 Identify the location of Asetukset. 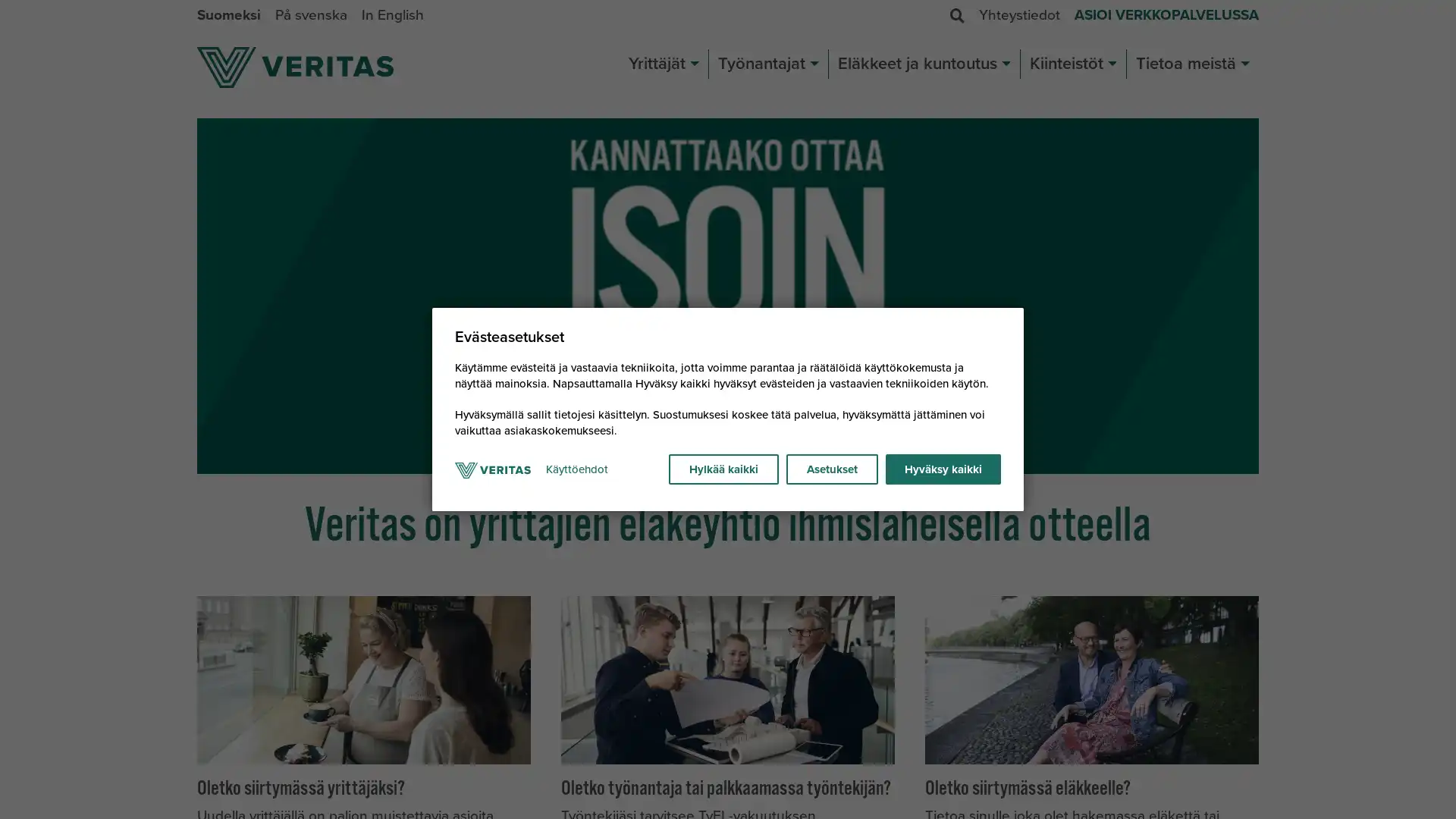
(831, 468).